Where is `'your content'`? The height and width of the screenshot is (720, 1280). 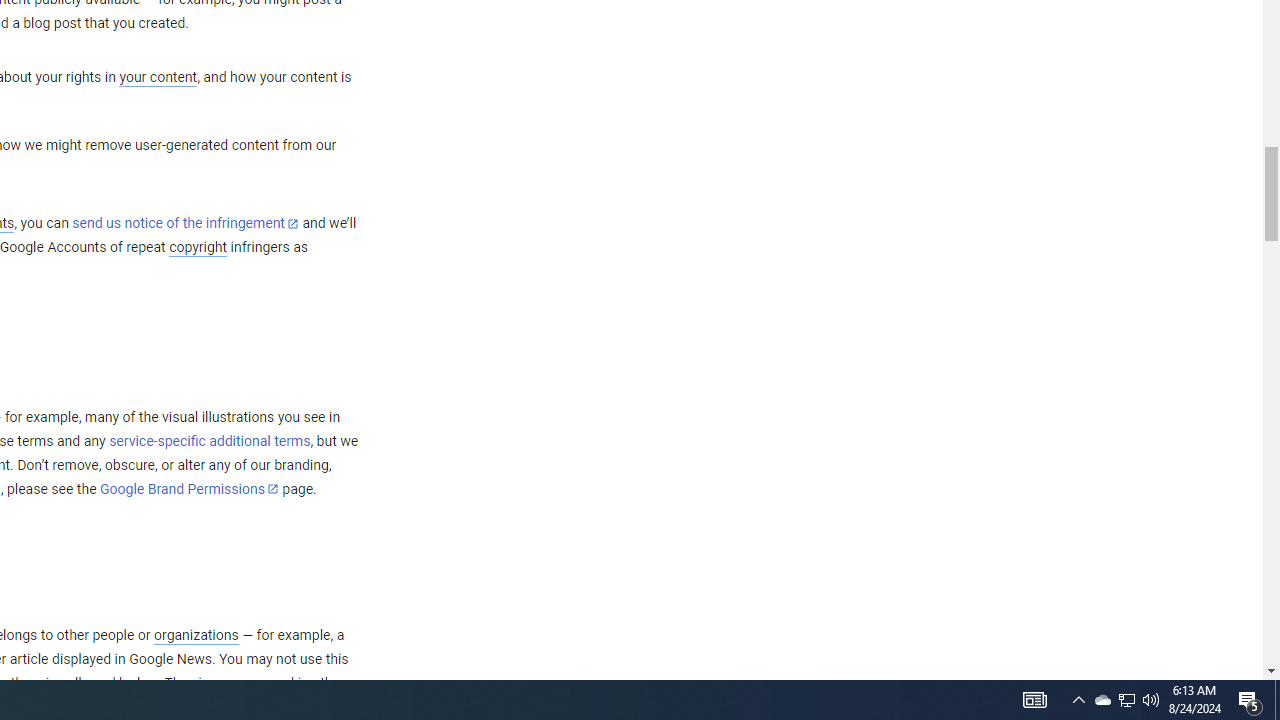 'your content' is located at coordinates (157, 77).